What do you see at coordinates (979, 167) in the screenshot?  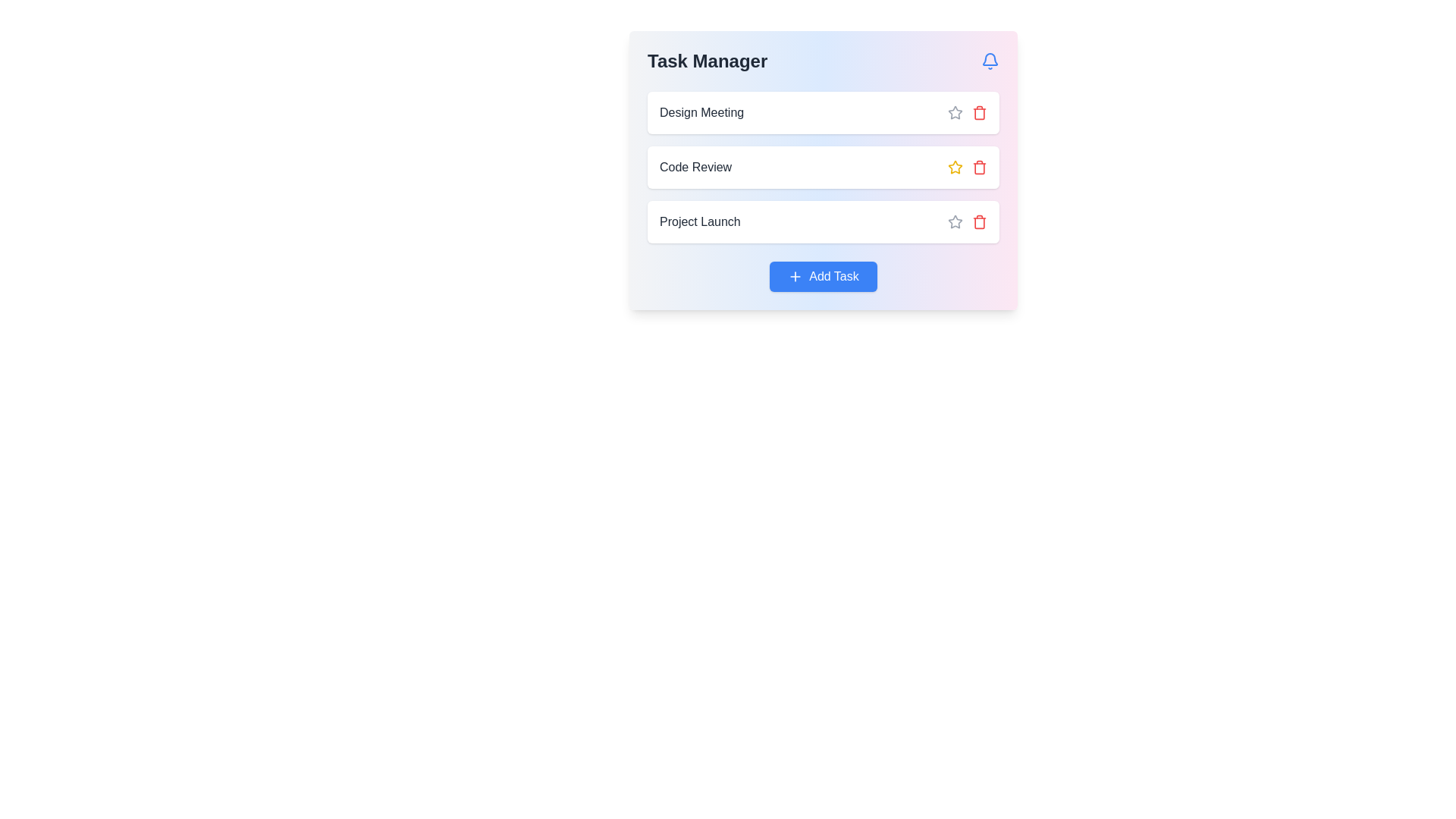 I see `the trash bin icon styled in red, located beside the 'Code Review' label in the second row of the task list` at bounding box center [979, 167].